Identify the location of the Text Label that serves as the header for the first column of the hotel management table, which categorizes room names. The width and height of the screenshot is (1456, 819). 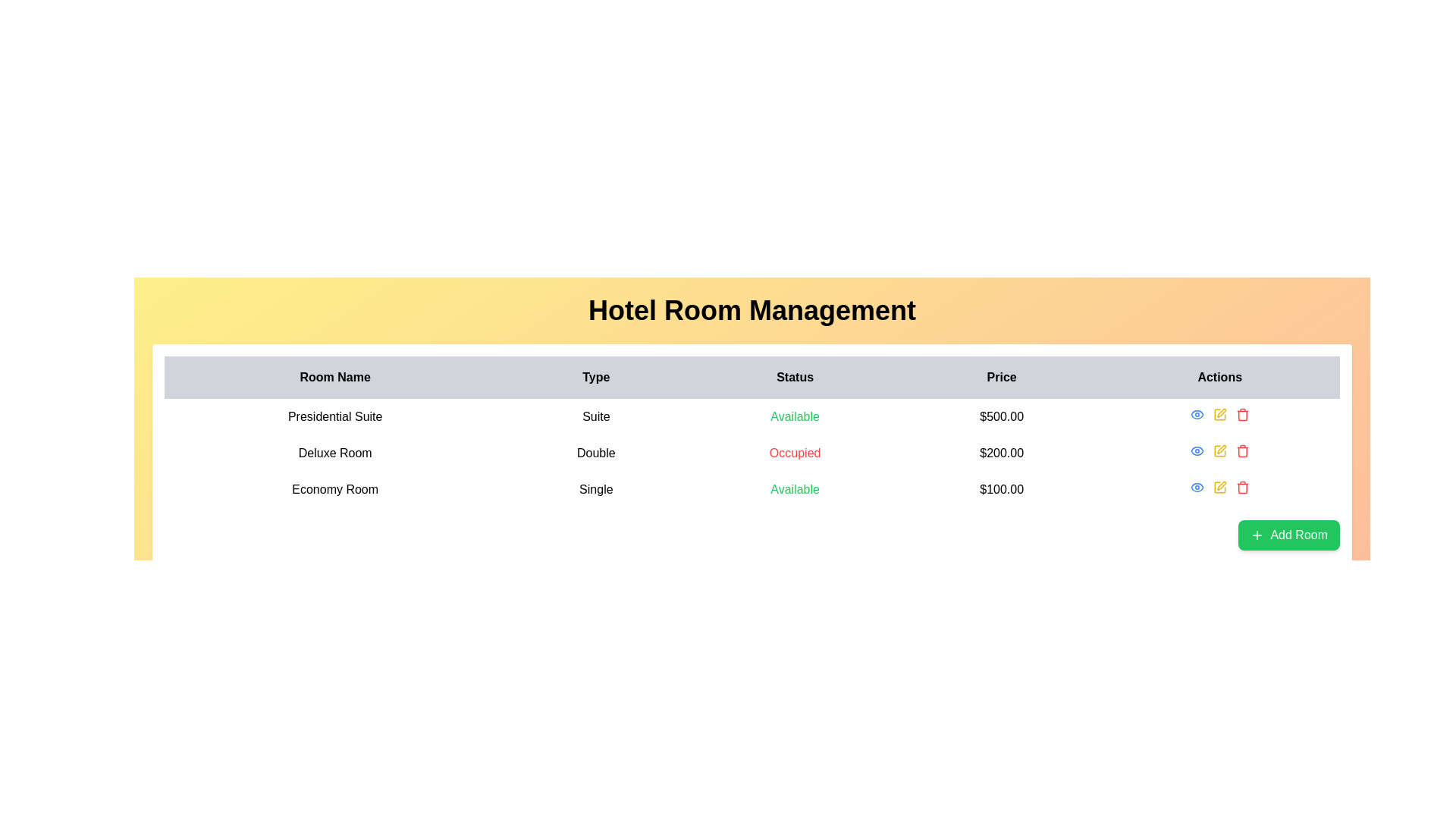
(334, 376).